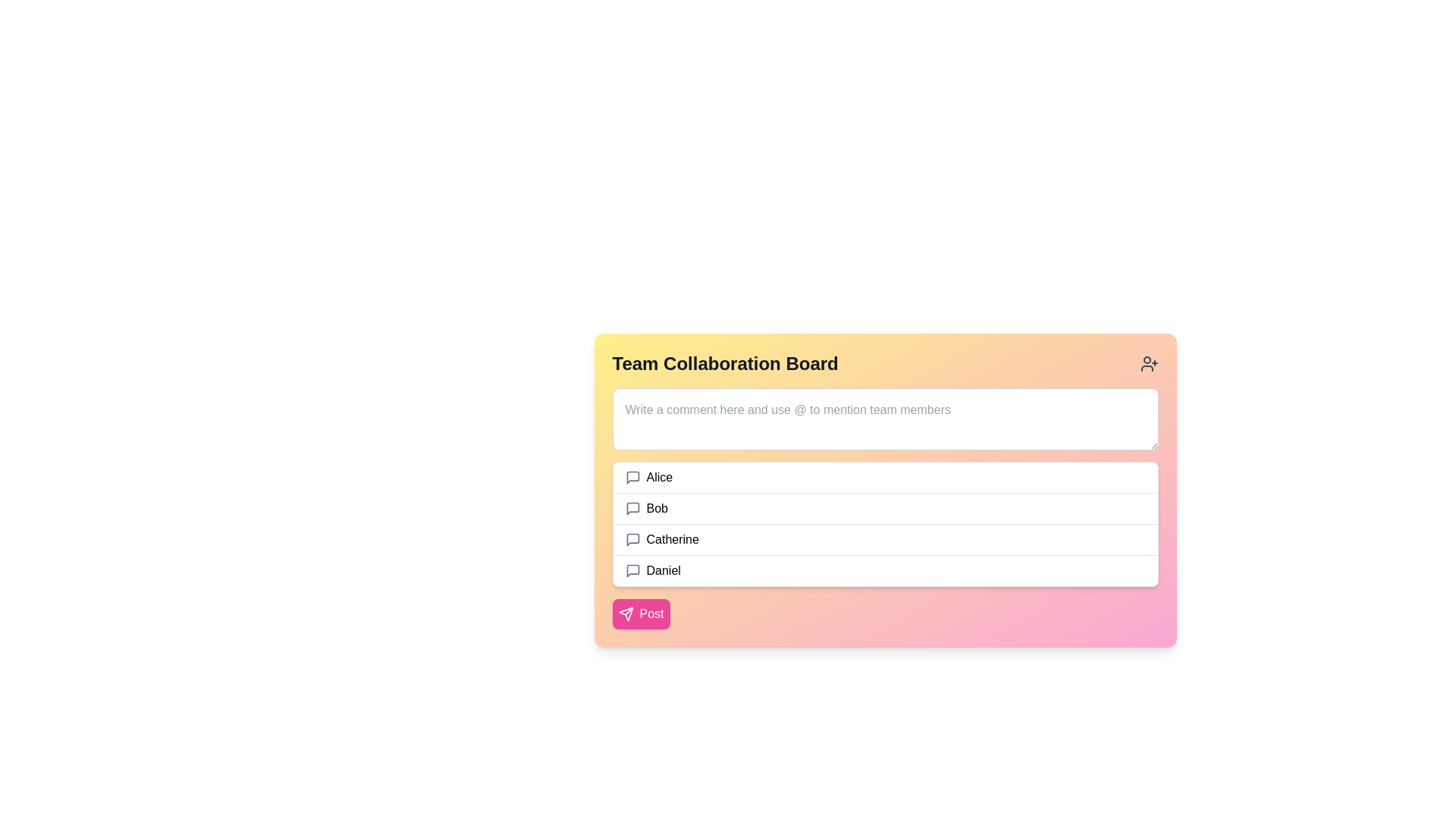 Image resolution: width=1456 pixels, height=819 pixels. I want to click on the name 'Bob', so click(885, 516).